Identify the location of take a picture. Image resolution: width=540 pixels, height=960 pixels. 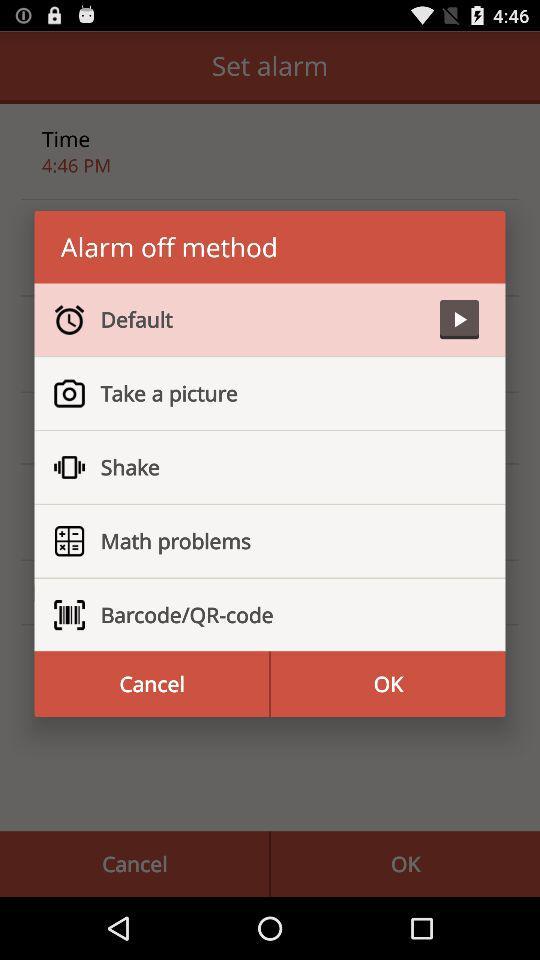
(280, 392).